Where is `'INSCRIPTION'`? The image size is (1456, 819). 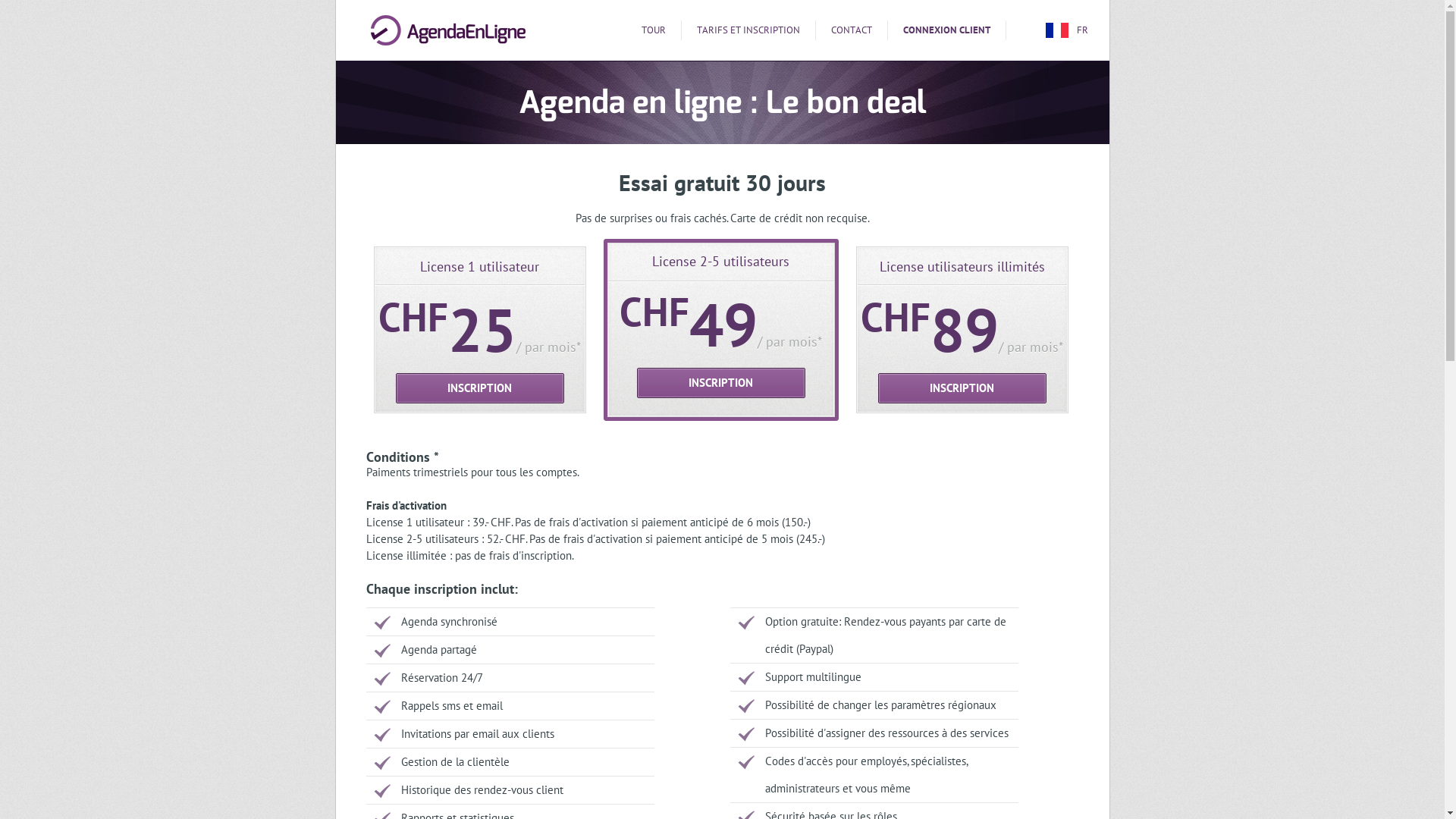
'INSCRIPTION' is located at coordinates (961, 388).